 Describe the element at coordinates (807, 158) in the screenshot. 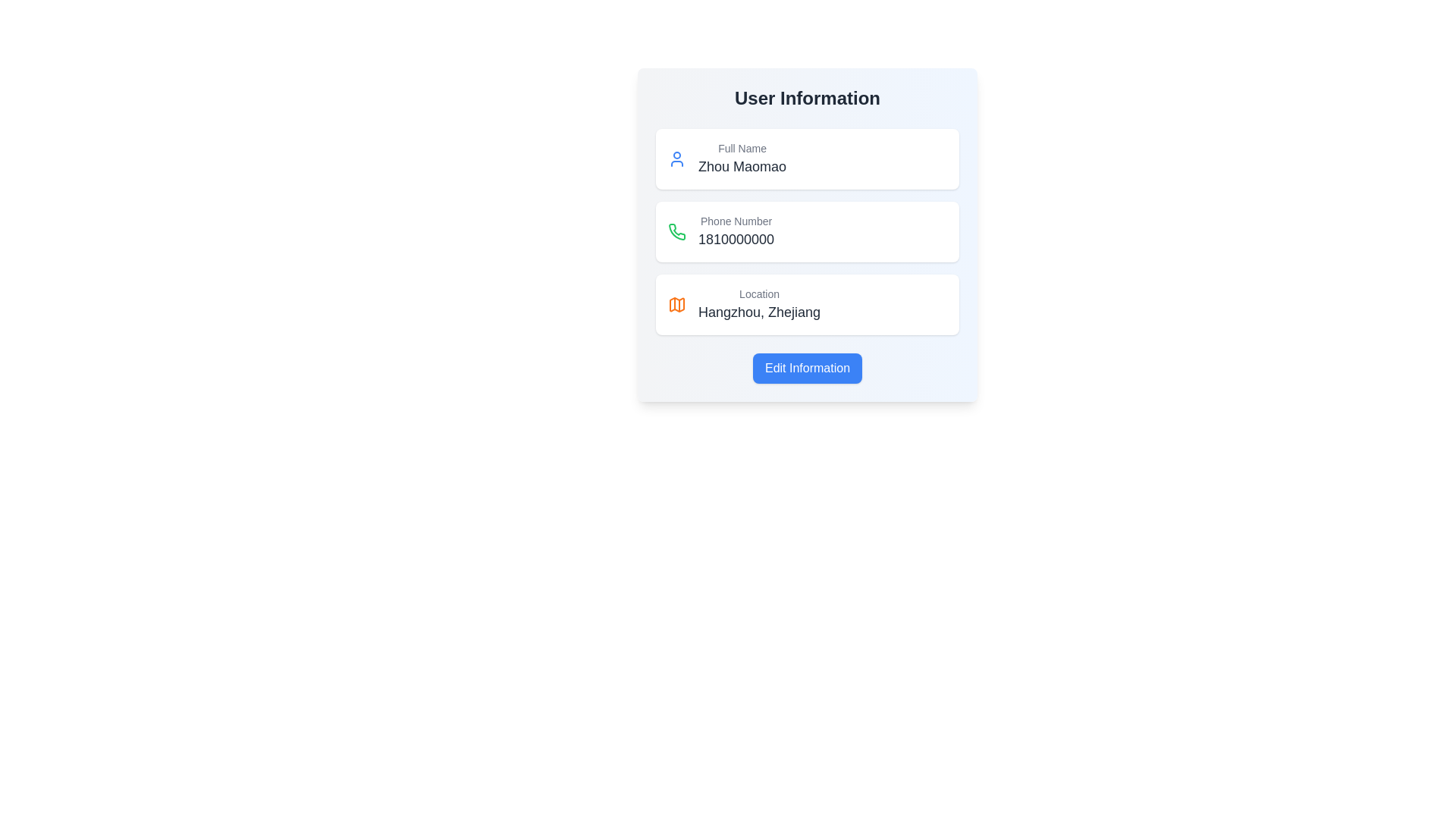

I see `the Information display card showing 'Full Name' with the name 'Zhou Maomao', the first item in the 'User Information' section` at that location.